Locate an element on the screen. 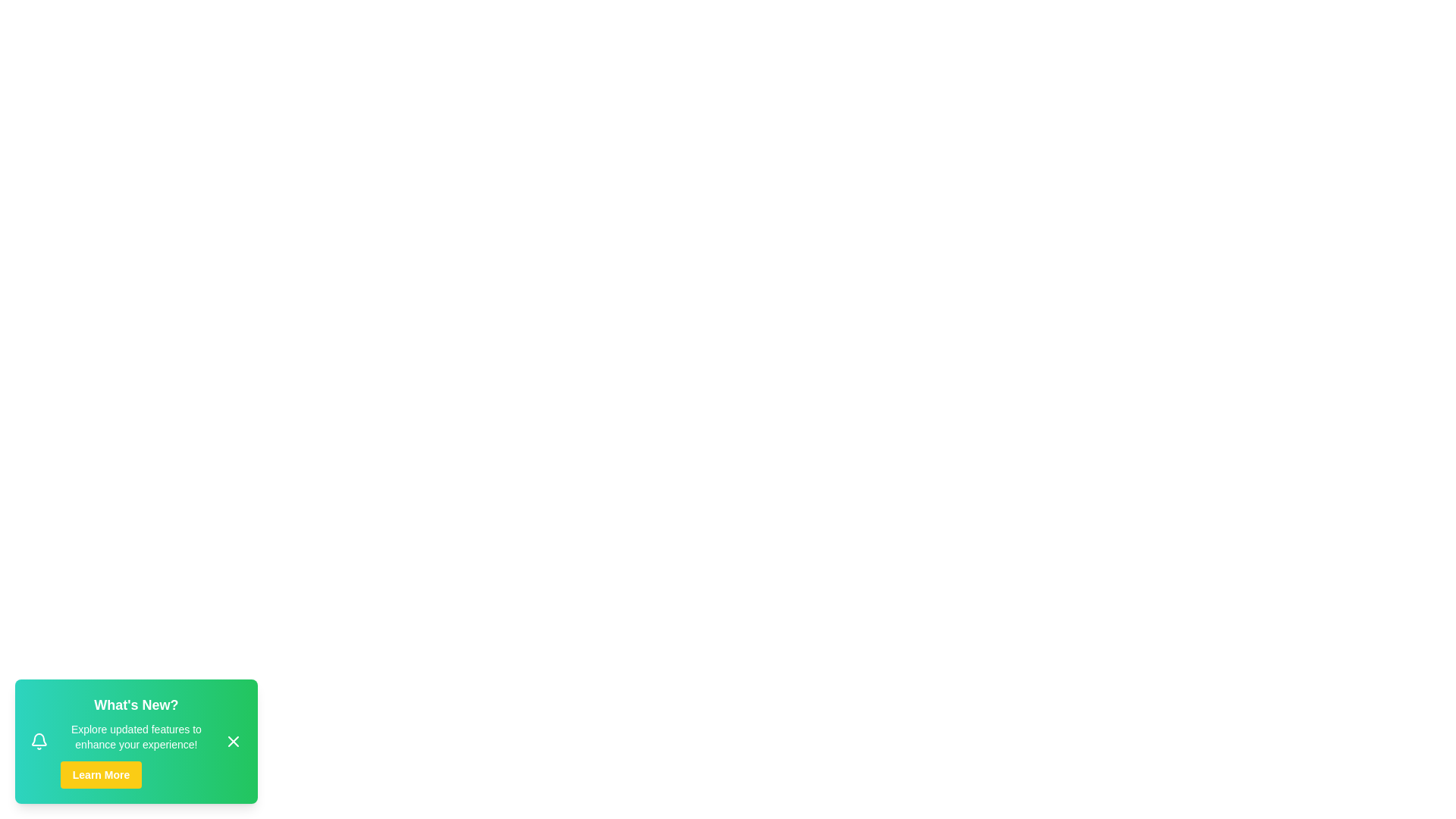  the 'Learn More' button to trigger its hover effect is located at coordinates (100, 775).